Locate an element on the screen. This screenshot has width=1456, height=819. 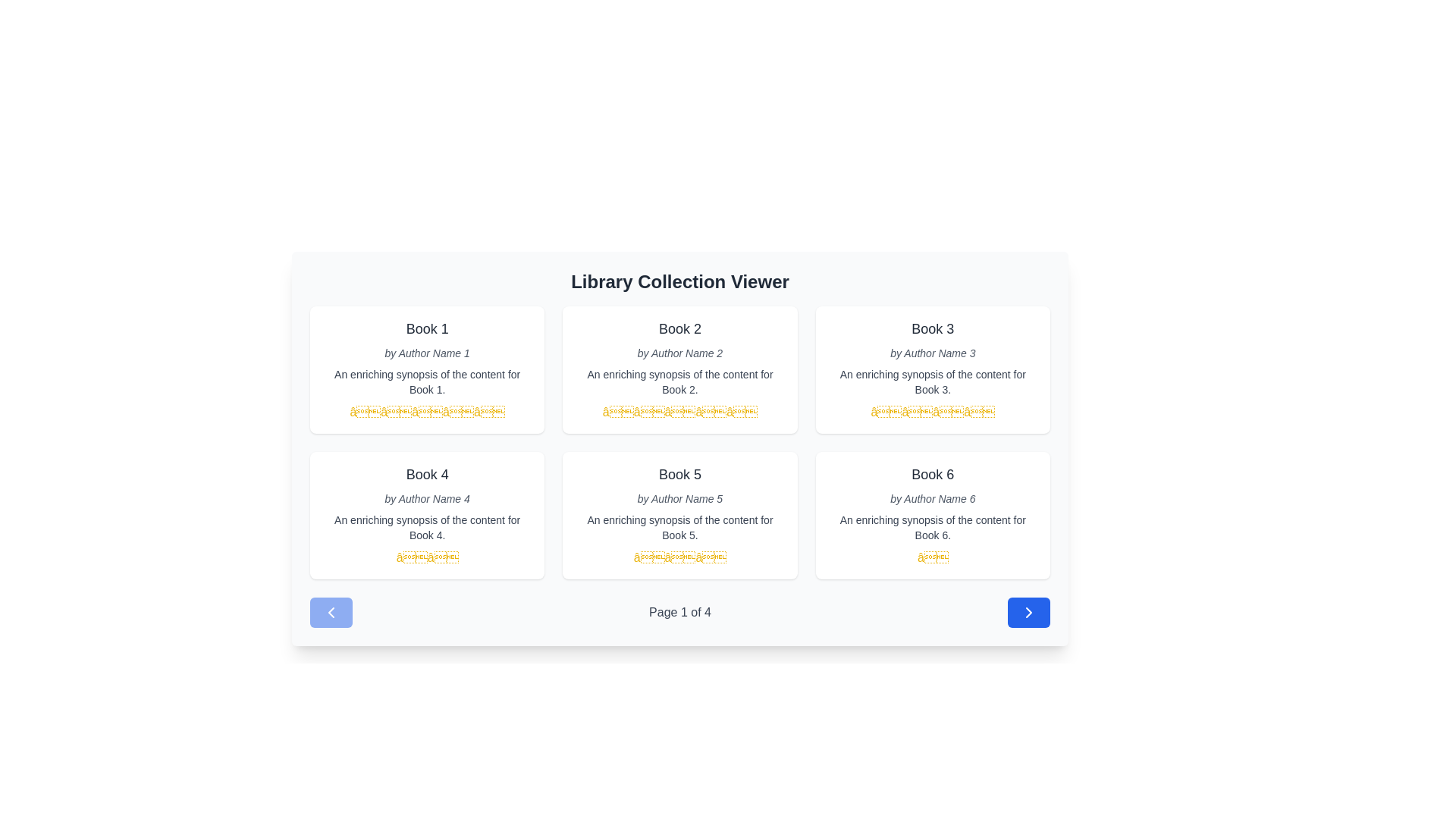
the static text element displaying 'by Author Name 6', which is styled in a smaller italicized gray font and located below the title 'Book 6' is located at coordinates (932, 499).